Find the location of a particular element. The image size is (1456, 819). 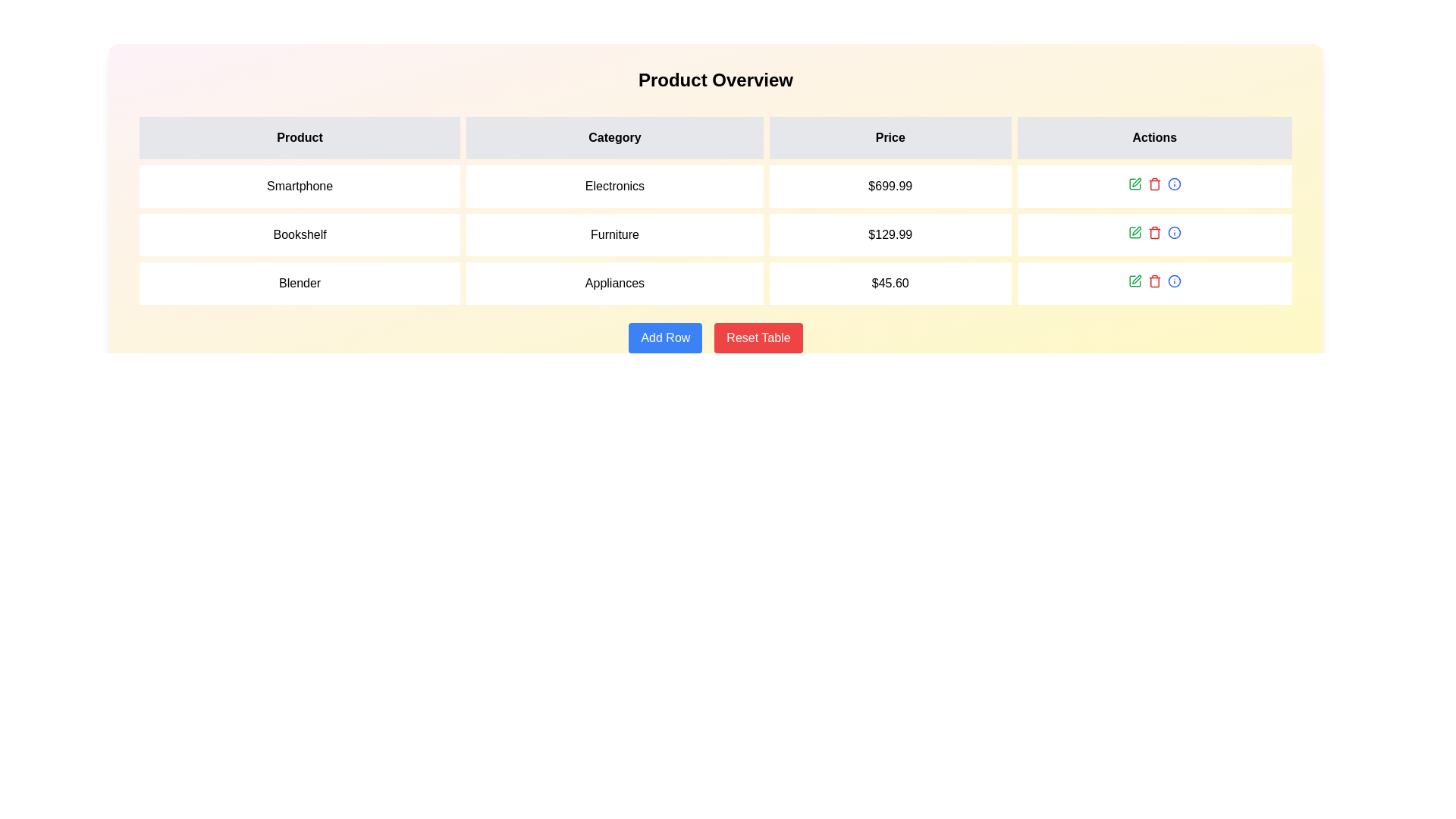

the Text label indicating the category 'Blender' located in the third row under the 'Category' column of the table is located at coordinates (615, 284).